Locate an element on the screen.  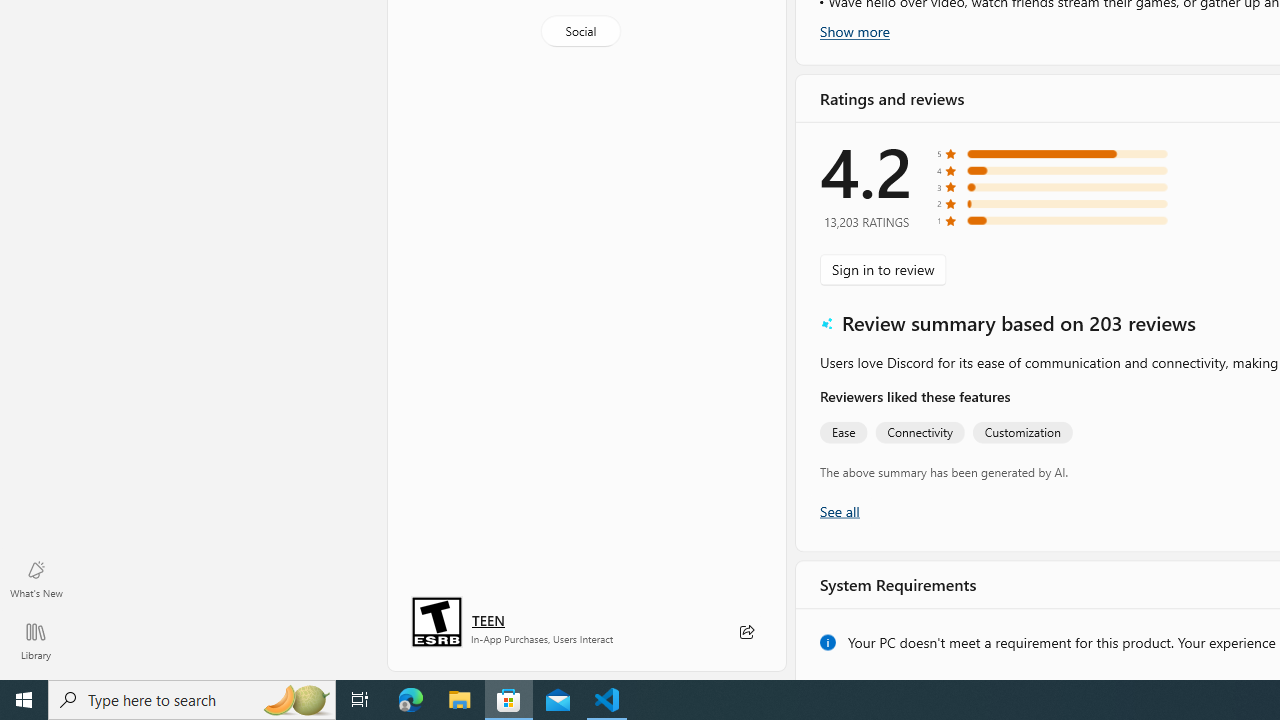
'Sign in to review' is located at coordinates (882, 268).